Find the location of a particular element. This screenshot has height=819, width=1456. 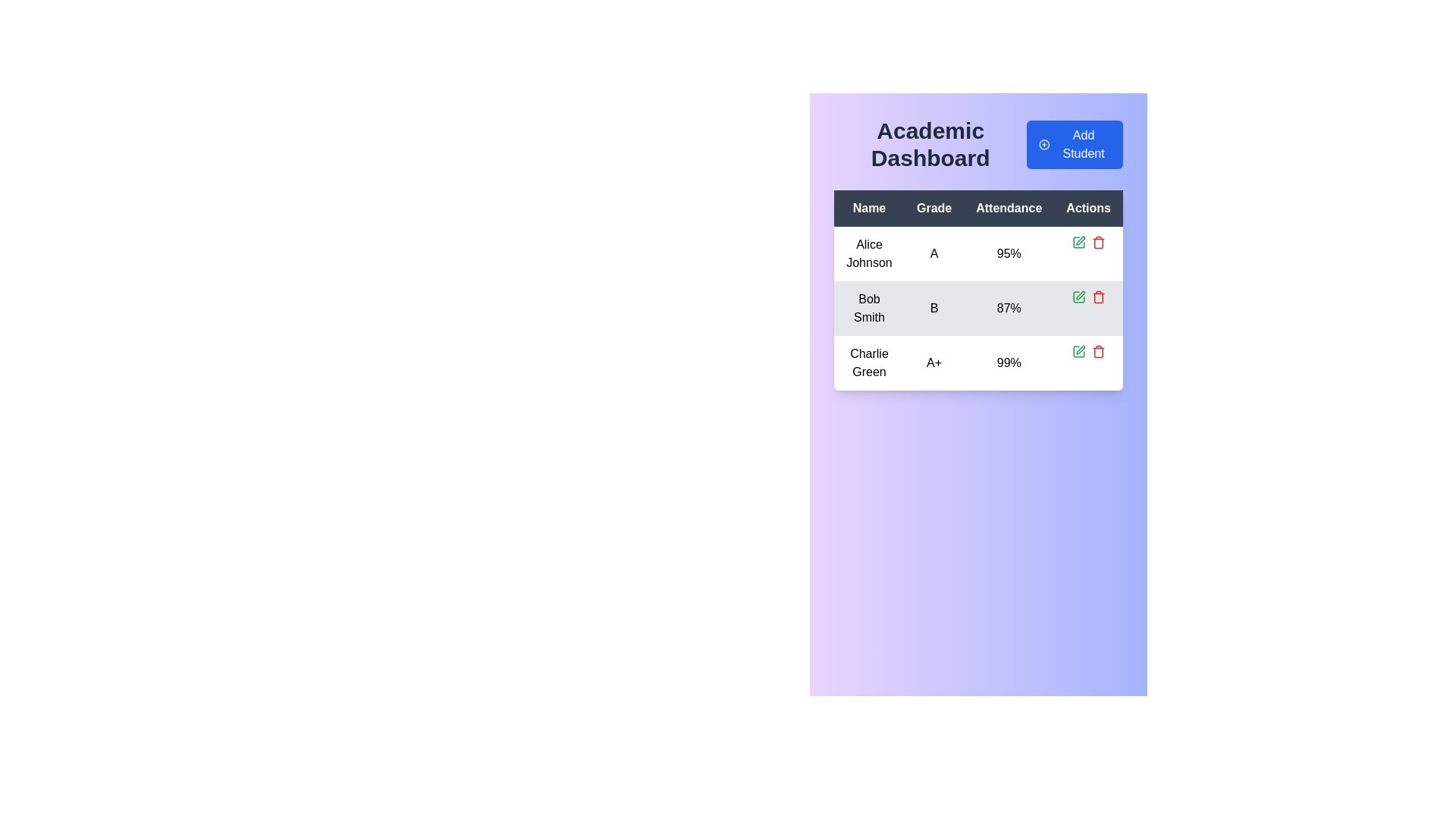

the second row of the table displaying details for Bob Smith is located at coordinates (978, 308).